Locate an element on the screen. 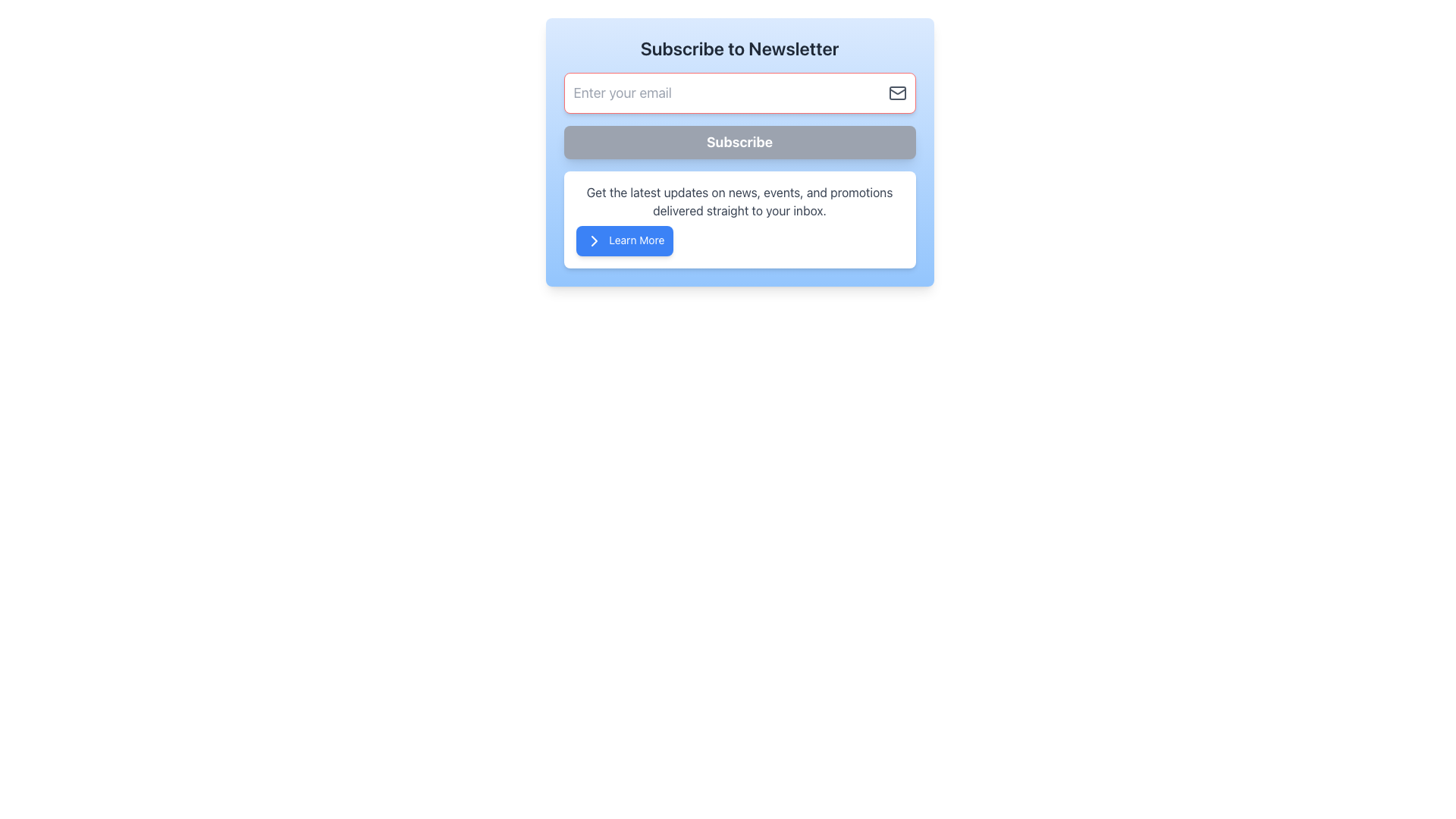 Image resolution: width=1456 pixels, height=819 pixels. the right-pointing chevron-shaped arrow SVG graphic element indicating navigation or progression, located in the upper-right quadrant near the 'Learn More' button is located at coordinates (593, 240).